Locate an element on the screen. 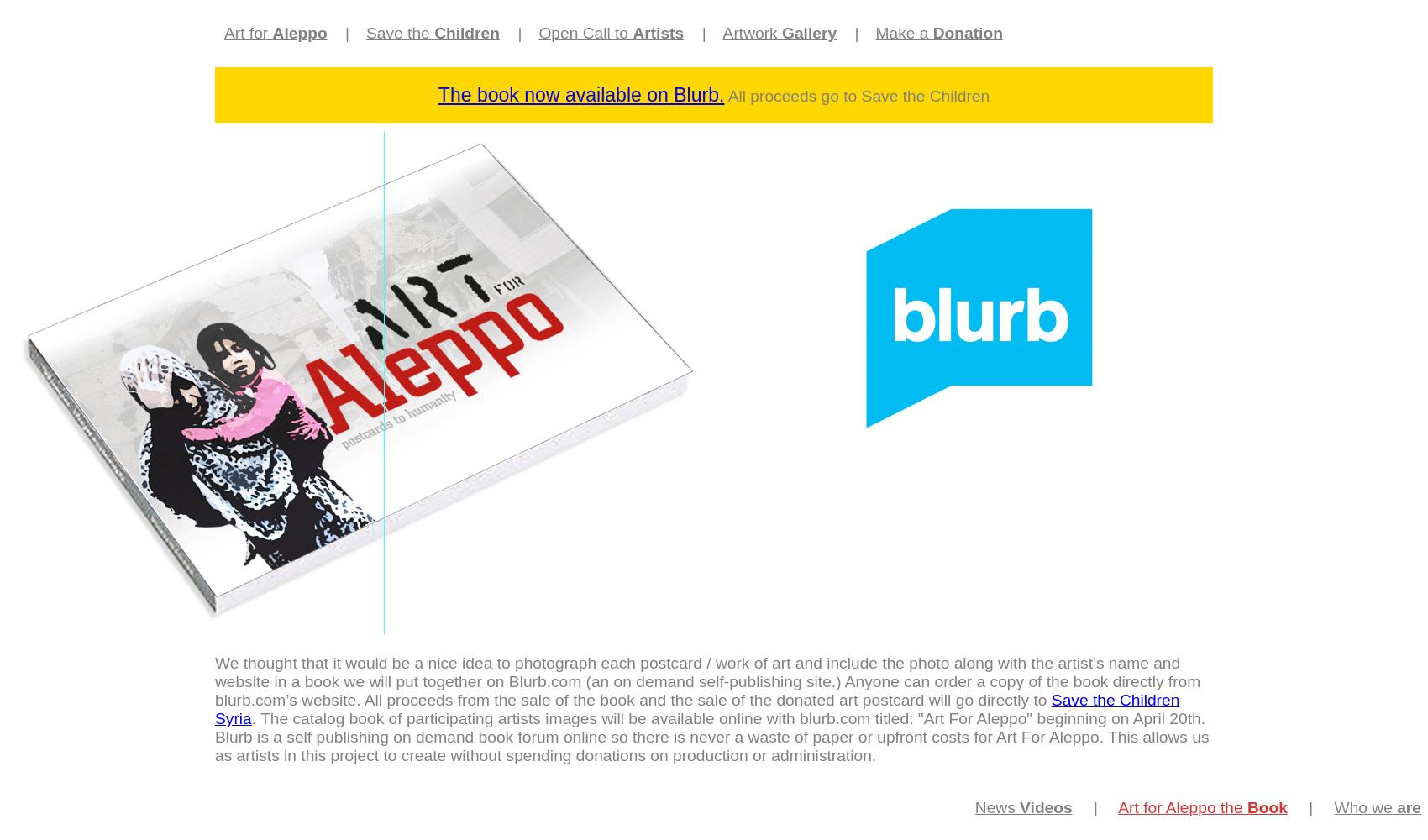 The height and width of the screenshot is (840, 1428). 'News' is located at coordinates (995, 806).